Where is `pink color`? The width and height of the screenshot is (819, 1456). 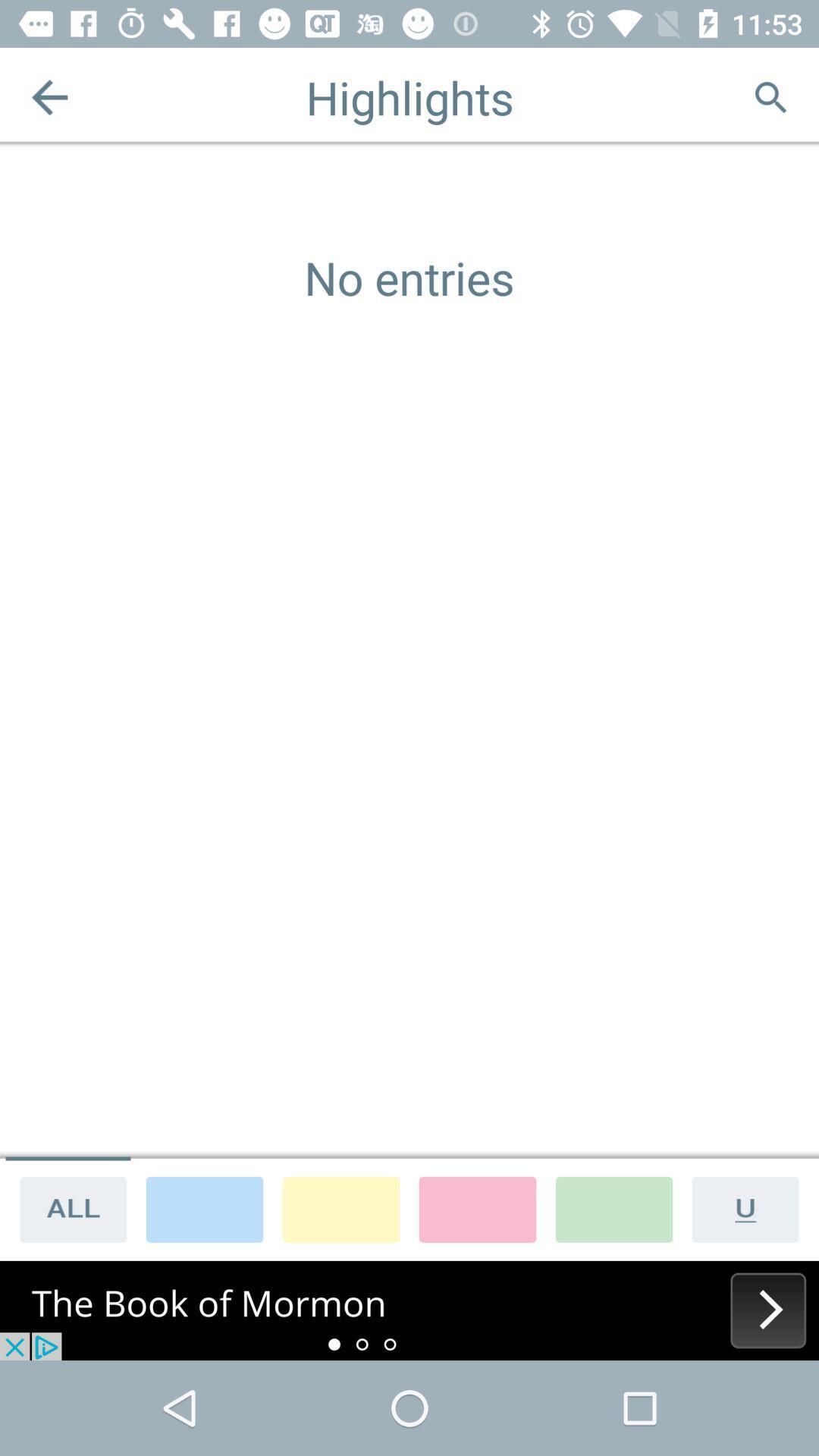 pink color is located at coordinates (476, 1208).